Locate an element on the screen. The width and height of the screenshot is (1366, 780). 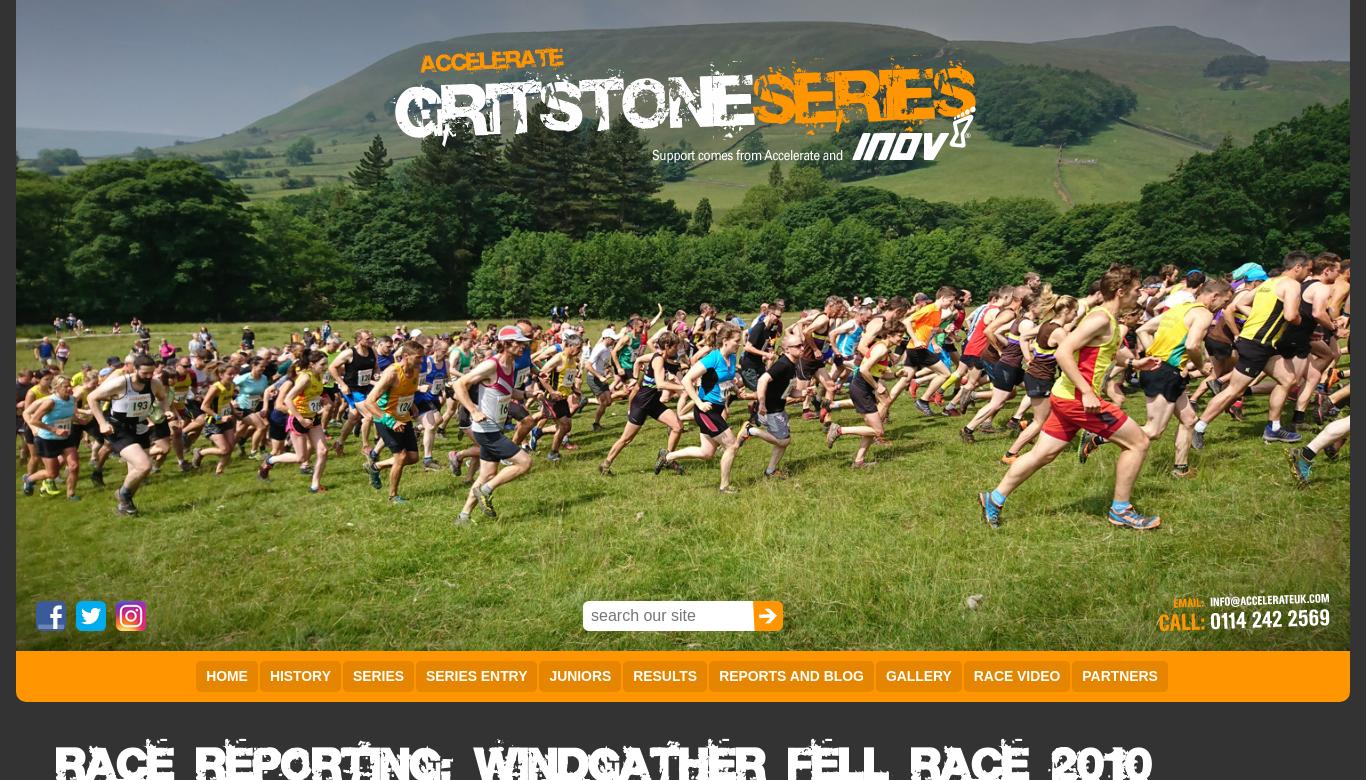
'Gallery' is located at coordinates (917, 675).